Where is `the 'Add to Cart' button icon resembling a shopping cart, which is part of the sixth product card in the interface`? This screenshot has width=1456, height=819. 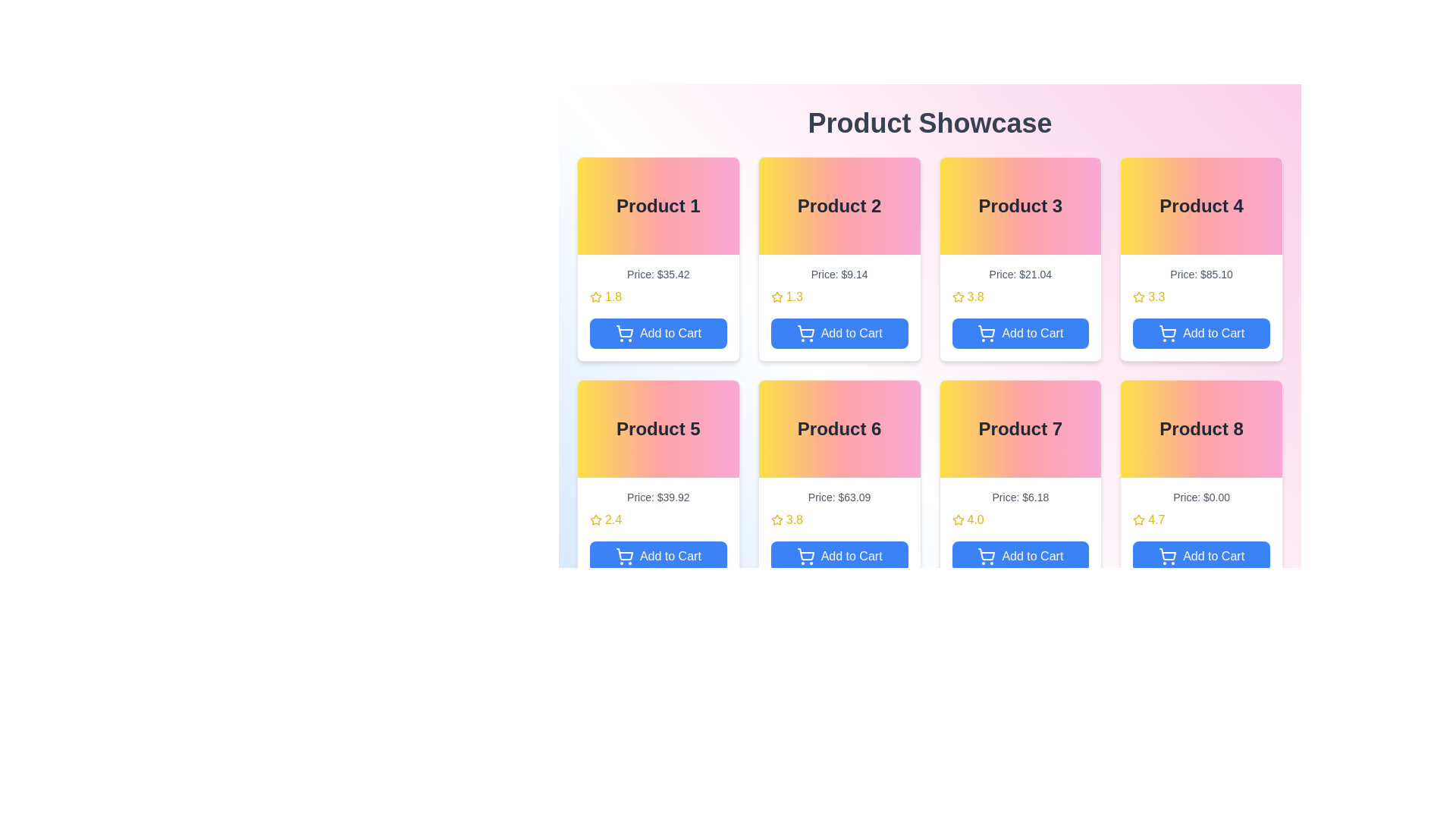
the 'Add to Cart' button icon resembling a shopping cart, which is part of the sixth product card in the interface is located at coordinates (805, 556).